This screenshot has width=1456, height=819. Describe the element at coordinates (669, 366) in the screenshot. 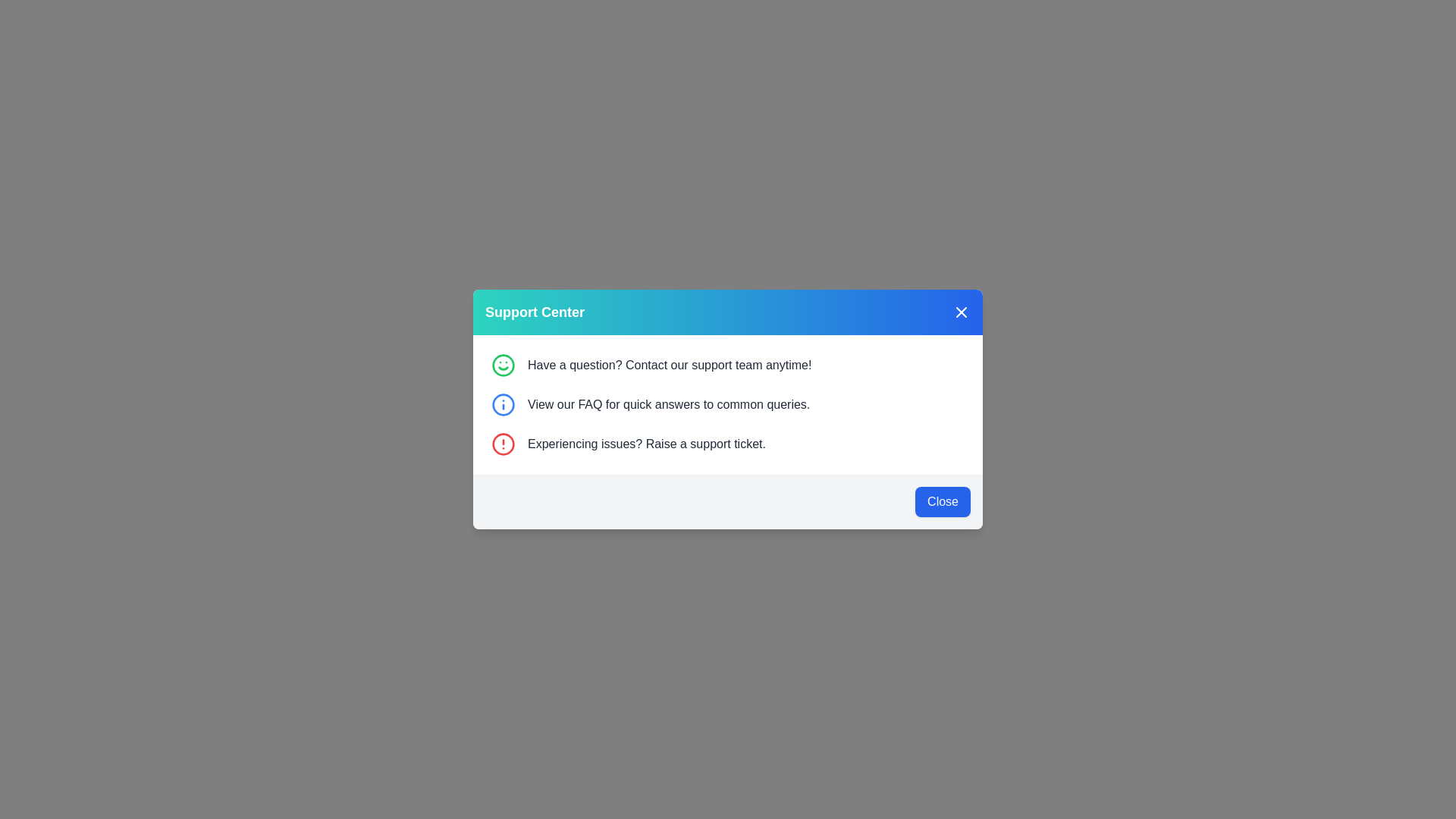

I see `informative text displaying 'Have a question? Contact our support team anytime!' which is positioned in the upper section of the modal interface, next to a green smiley icon` at that location.